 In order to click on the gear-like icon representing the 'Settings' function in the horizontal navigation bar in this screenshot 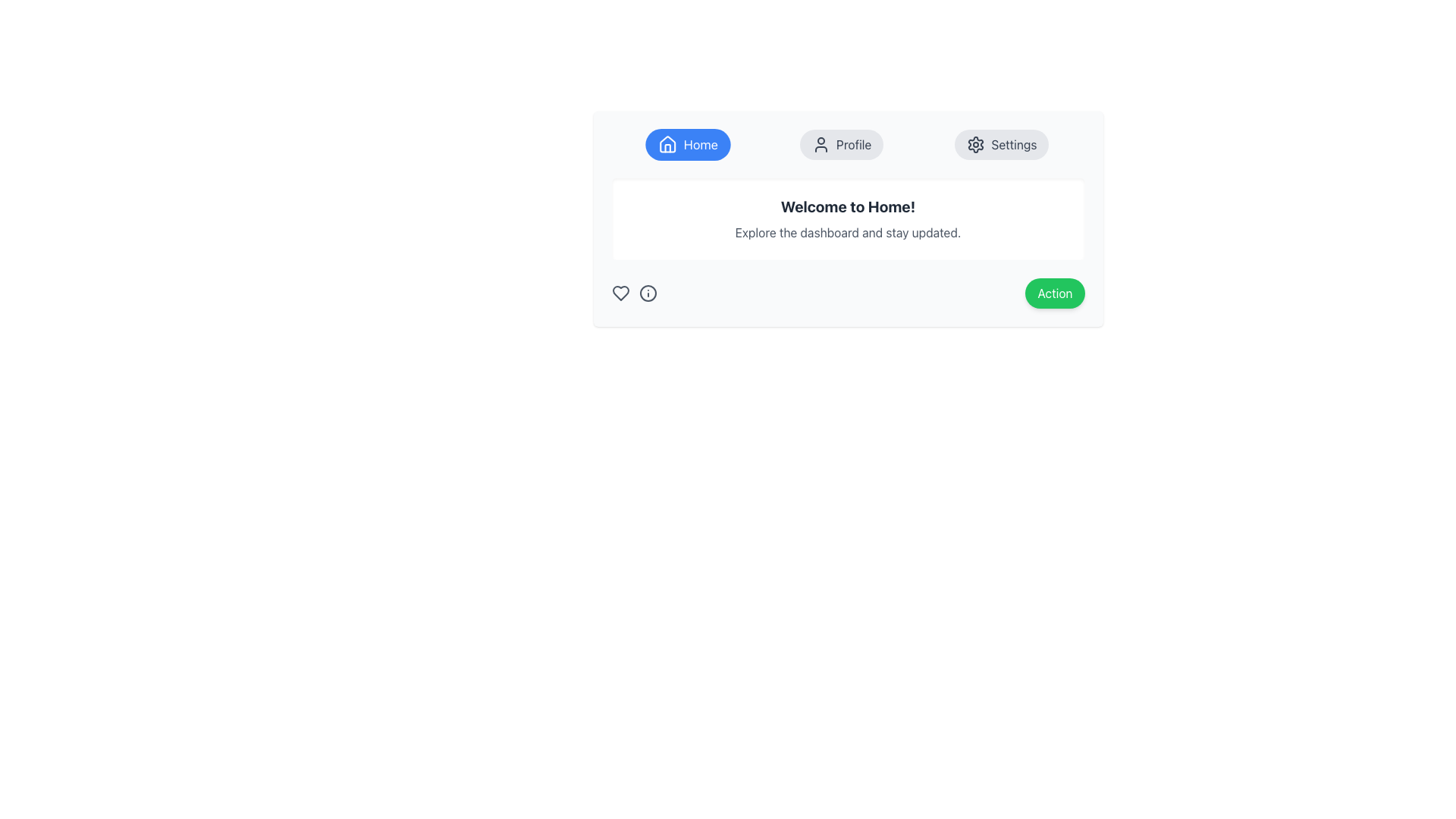, I will do `click(976, 145)`.